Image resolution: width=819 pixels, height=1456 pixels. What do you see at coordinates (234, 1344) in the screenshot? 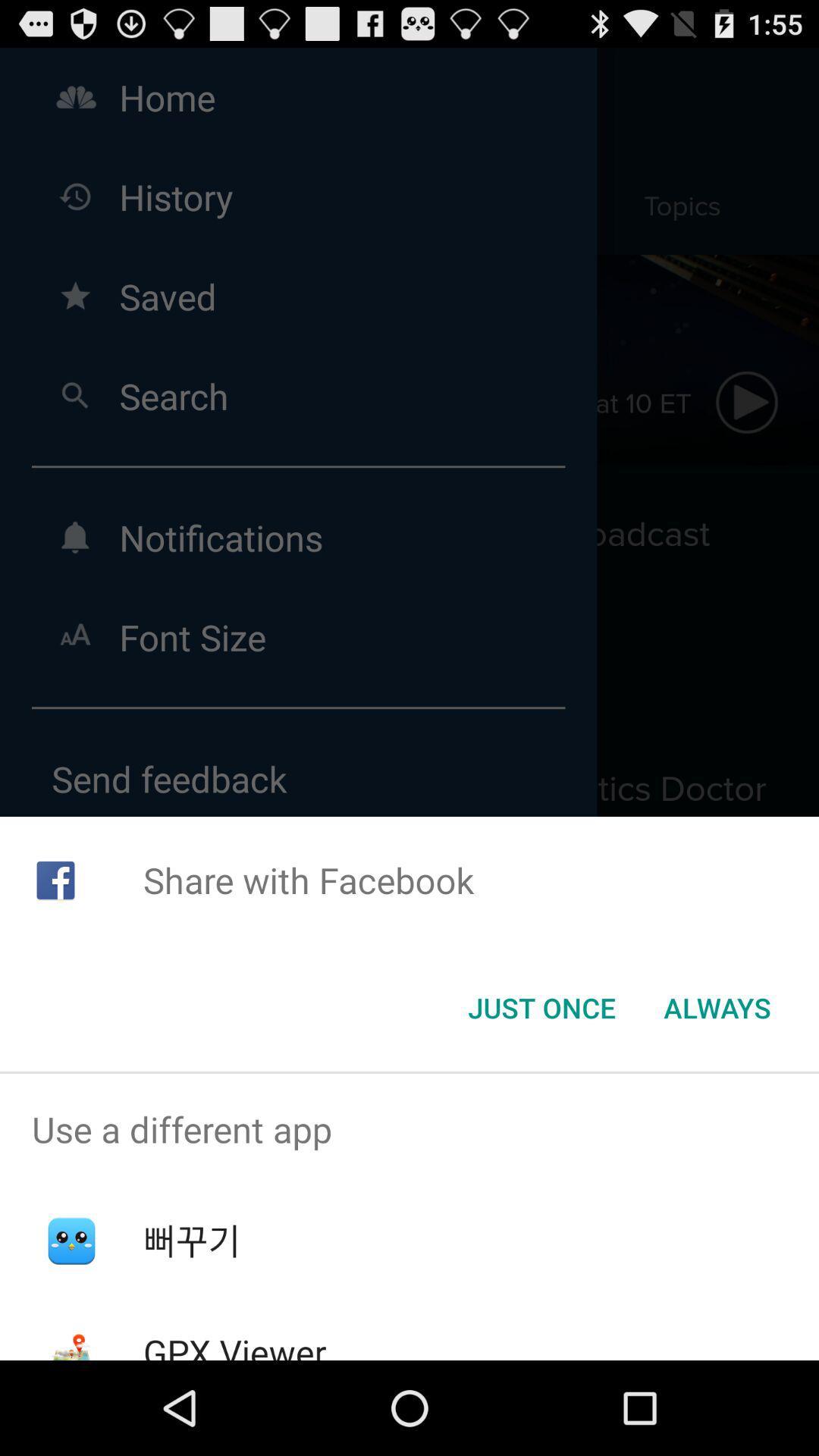
I see `gpx viewer app` at bounding box center [234, 1344].